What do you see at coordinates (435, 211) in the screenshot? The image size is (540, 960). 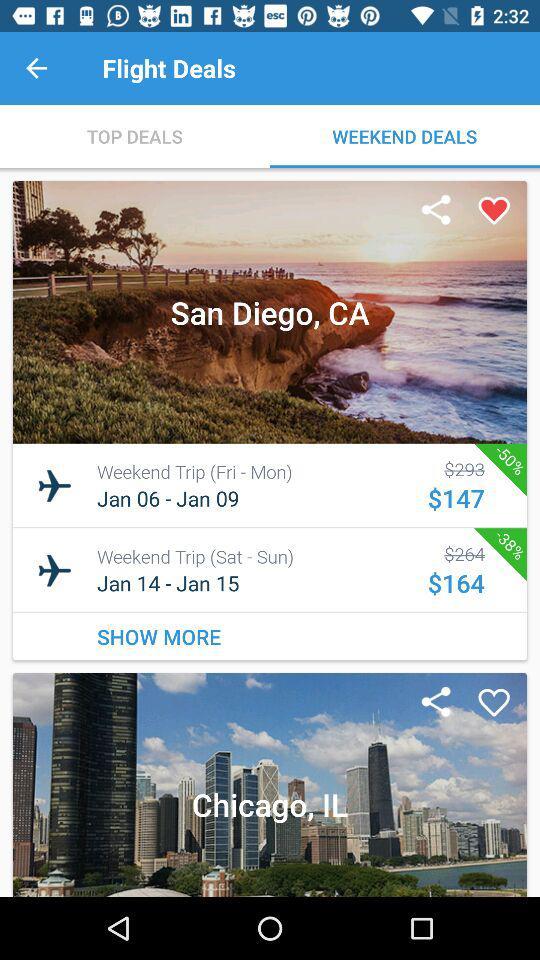 I see `the first icon in the first image which is at the top right` at bounding box center [435, 211].